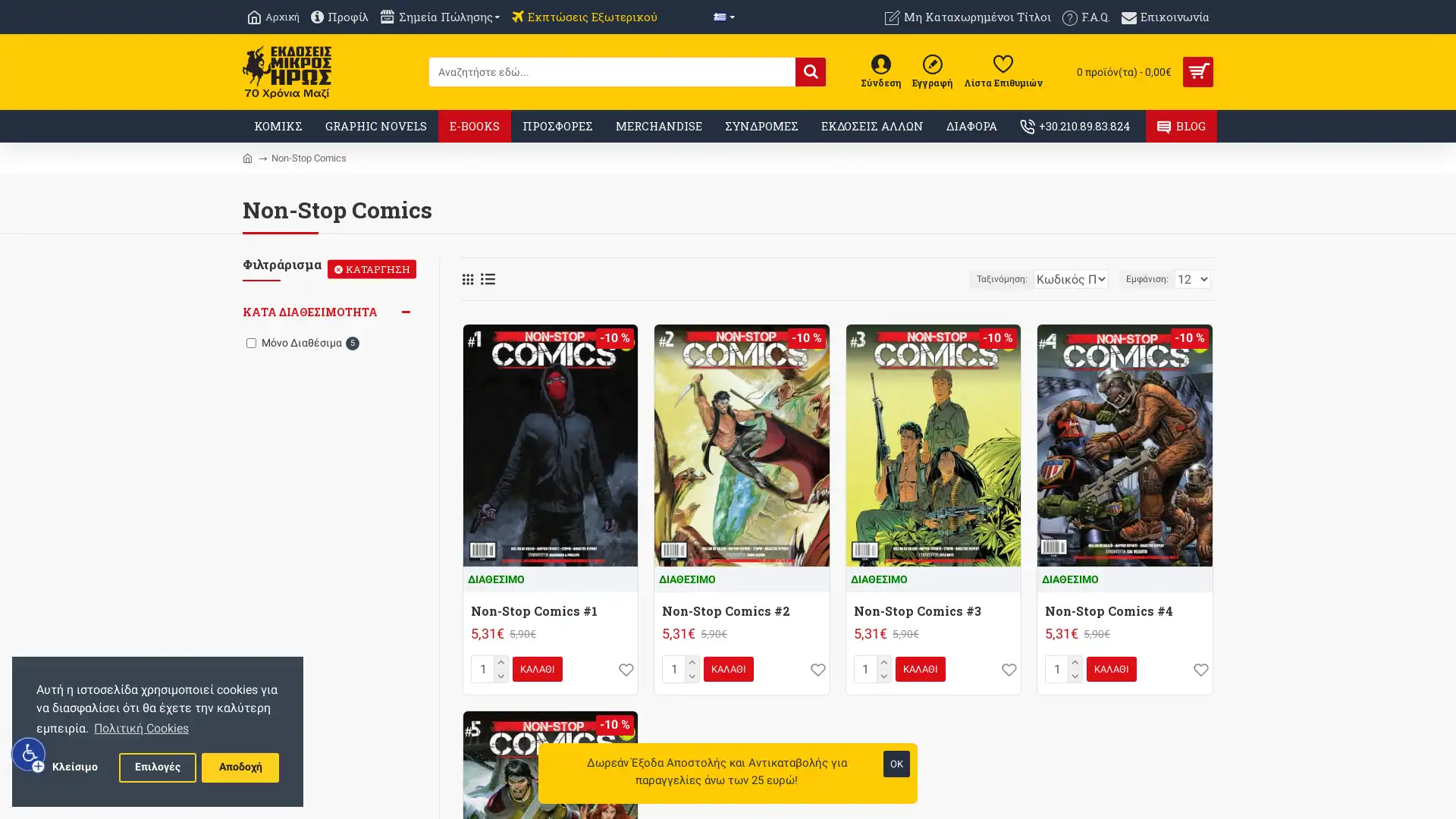 The width and height of the screenshot is (1456, 819). I want to click on dismiss cookie message, so click(74, 767).